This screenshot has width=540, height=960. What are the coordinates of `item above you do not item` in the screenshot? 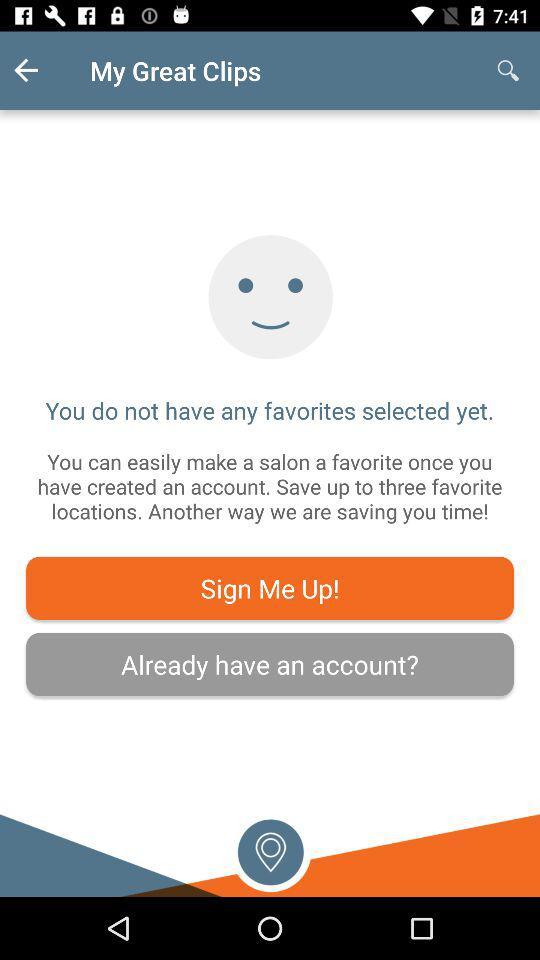 It's located at (508, 70).